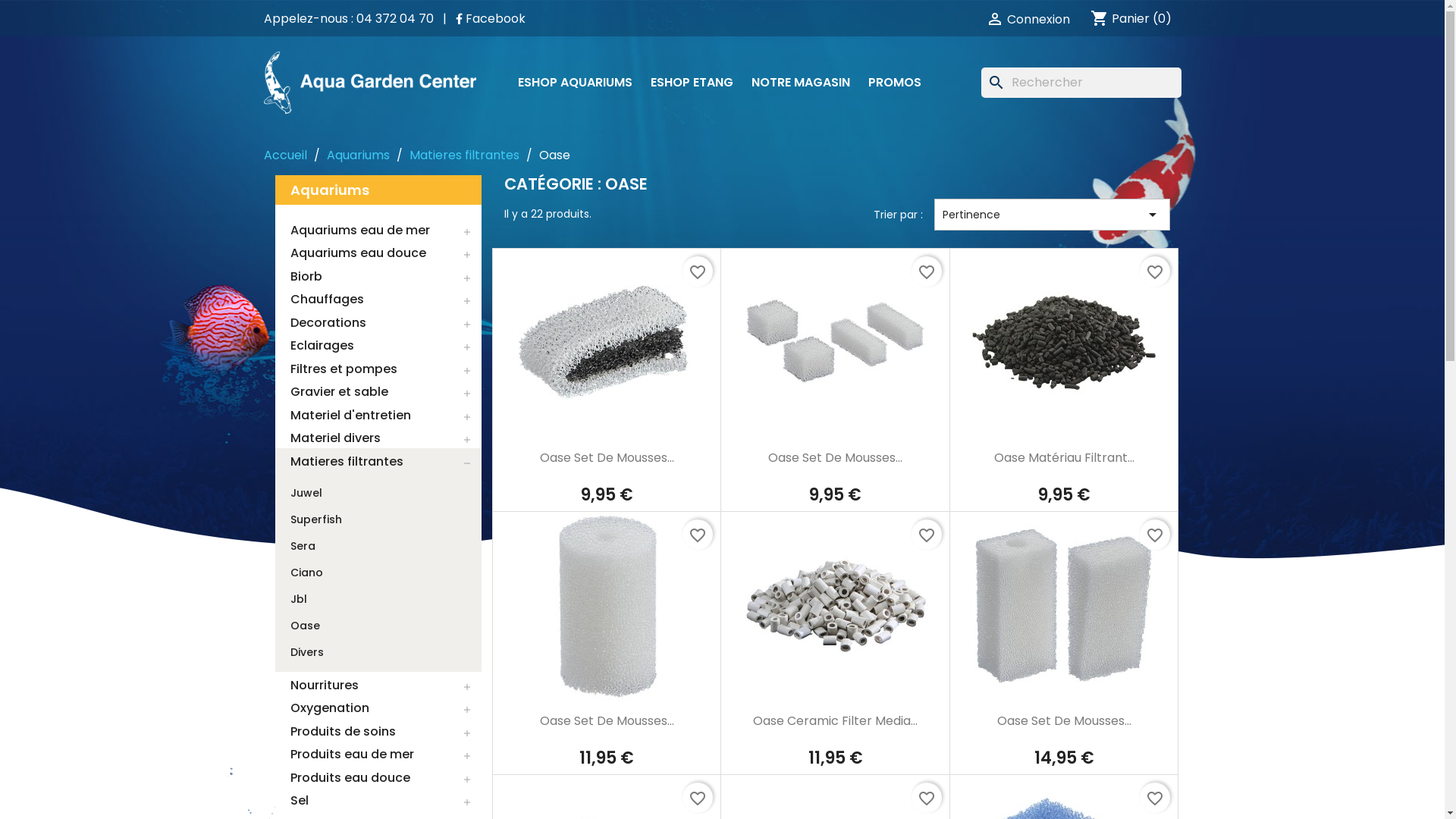 This screenshot has height=819, width=1456. What do you see at coordinates (573, 82) in the screenshot?
I see `'ESHOP AQUARIUMS'` at bounding box center [573, 82].